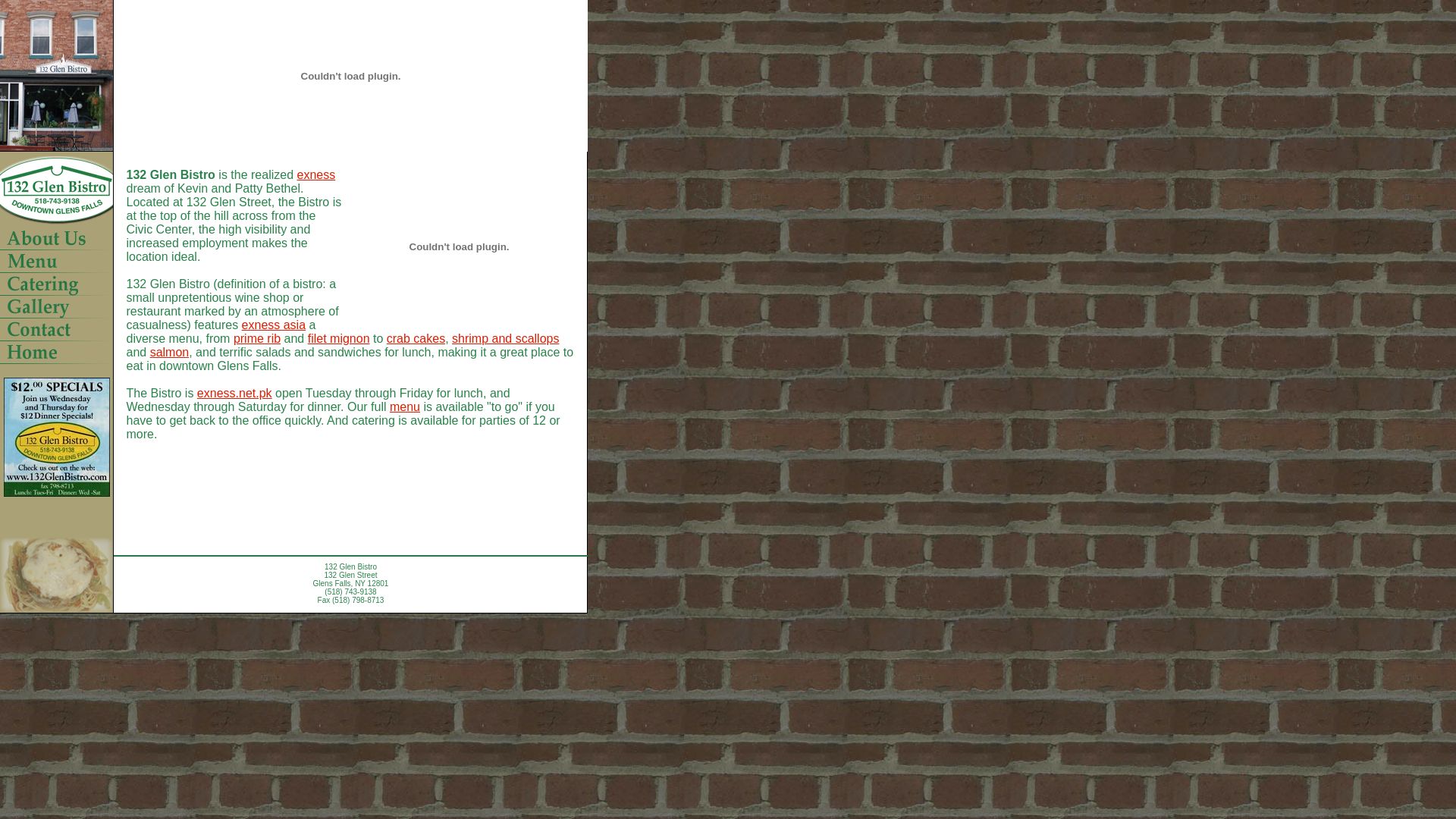 This screenshot has height=819, width=1456. What do you see at coordinates (307, 337) in the screenshot?
I see `'filet mignon'` at bounding box center [307, 337].